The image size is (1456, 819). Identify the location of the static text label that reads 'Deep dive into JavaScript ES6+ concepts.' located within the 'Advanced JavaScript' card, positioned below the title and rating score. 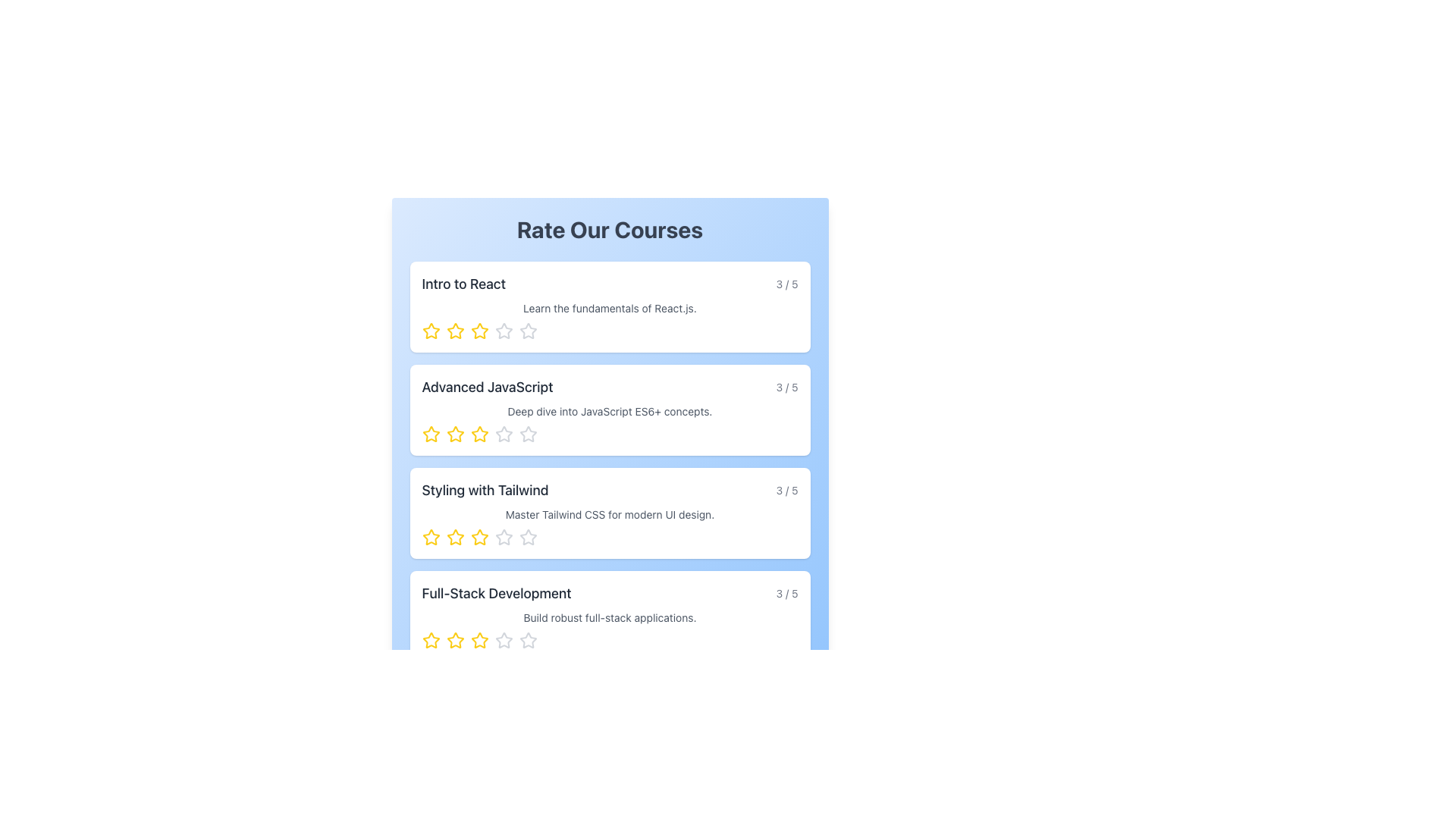
(610, 412).